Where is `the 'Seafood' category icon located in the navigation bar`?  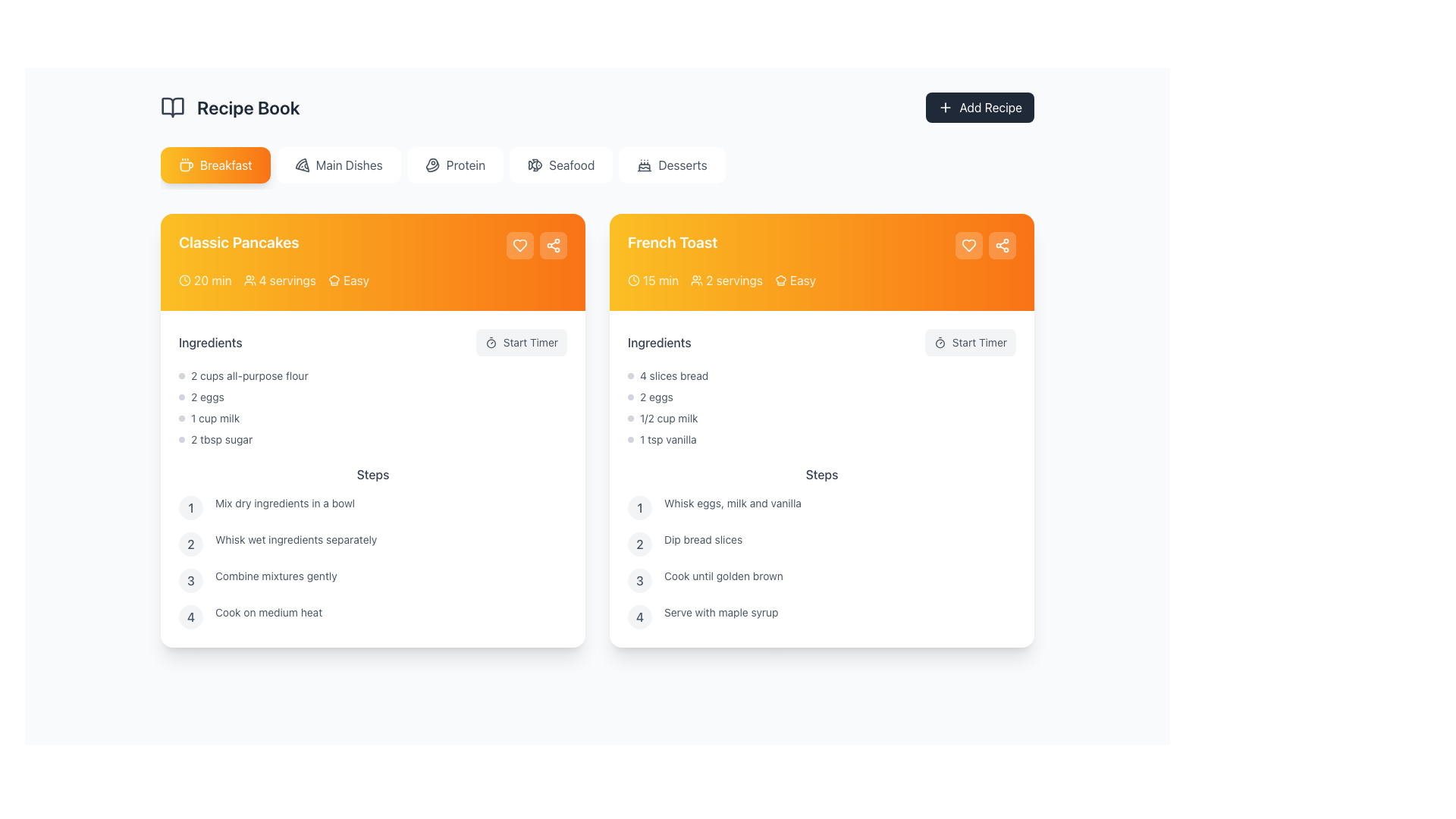 the 'Seafood' category icon located in the navigation bar is located at coordinates (535, 165).